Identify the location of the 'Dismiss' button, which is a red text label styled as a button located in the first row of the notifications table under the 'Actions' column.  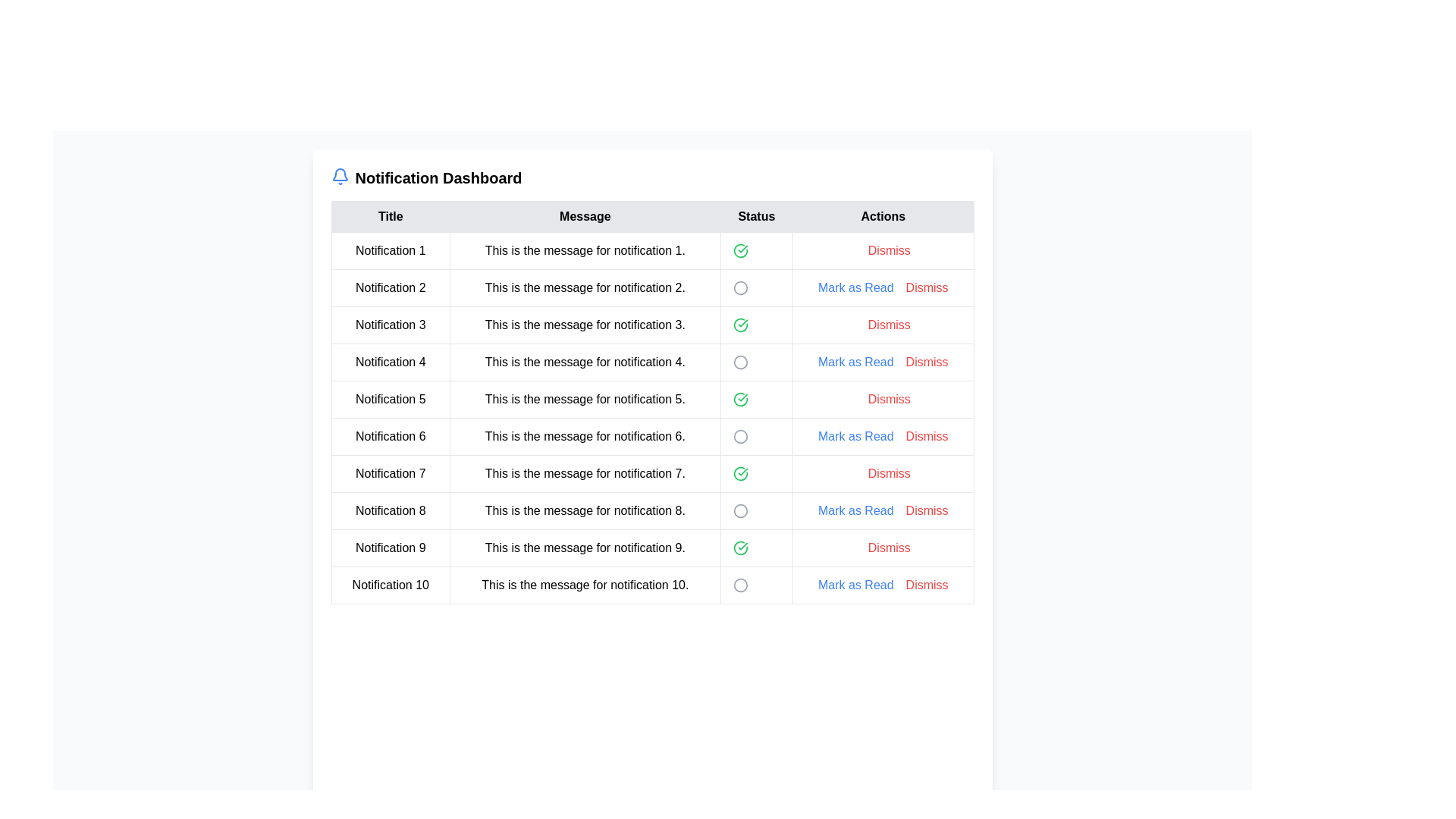
(889, 250).